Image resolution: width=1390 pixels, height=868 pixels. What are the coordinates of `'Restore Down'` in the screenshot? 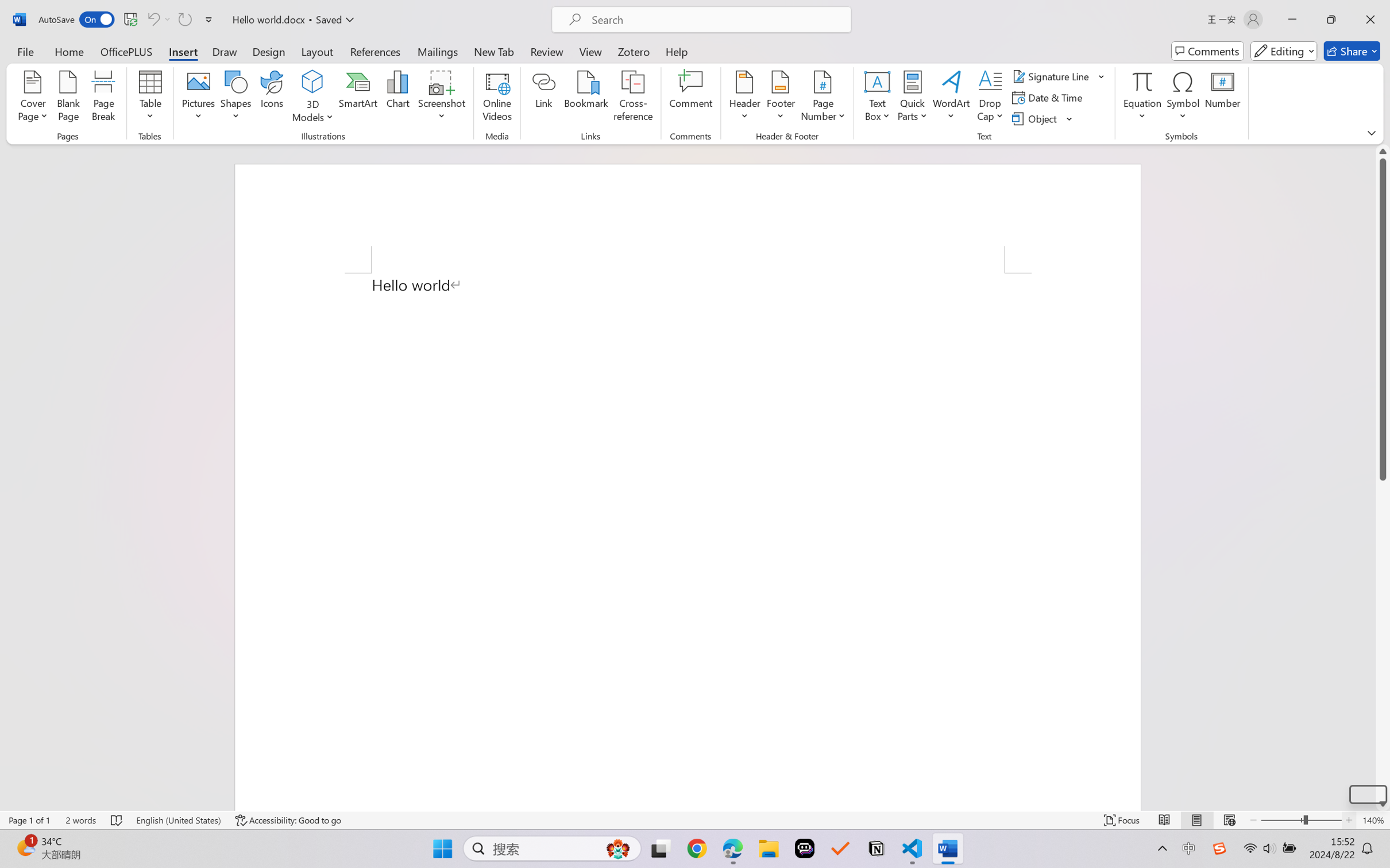 It's located at (1331, 19).